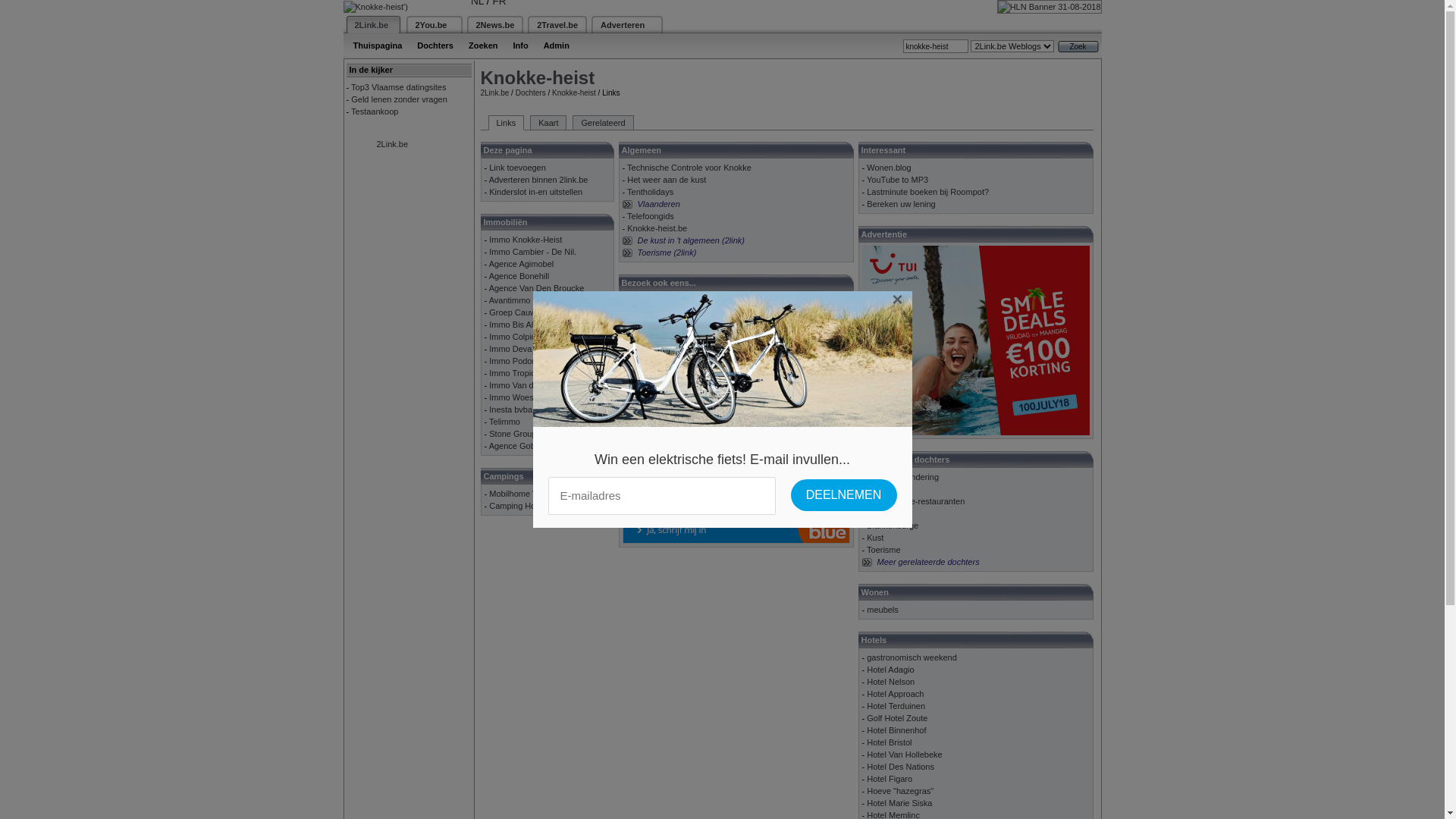 This screenshot has width=1456, height=819. Describe the element at coordinates (510, 348) in the screenshot. I see `'Immo Deva'` at that location.